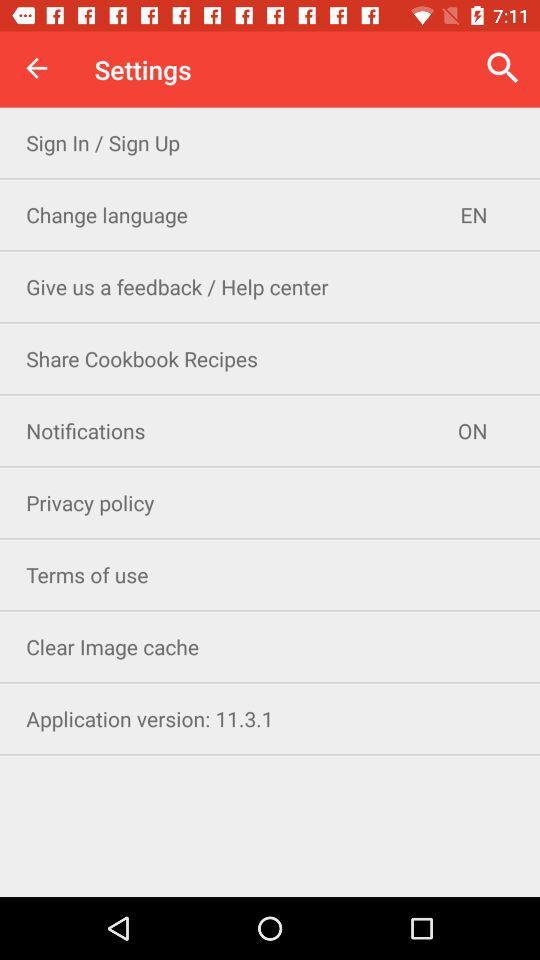 The image size is (540, 960). What do you see at coordinates (270, 501) in the screenshot?
I see `privacy policy` at bounding box center [270, 501].